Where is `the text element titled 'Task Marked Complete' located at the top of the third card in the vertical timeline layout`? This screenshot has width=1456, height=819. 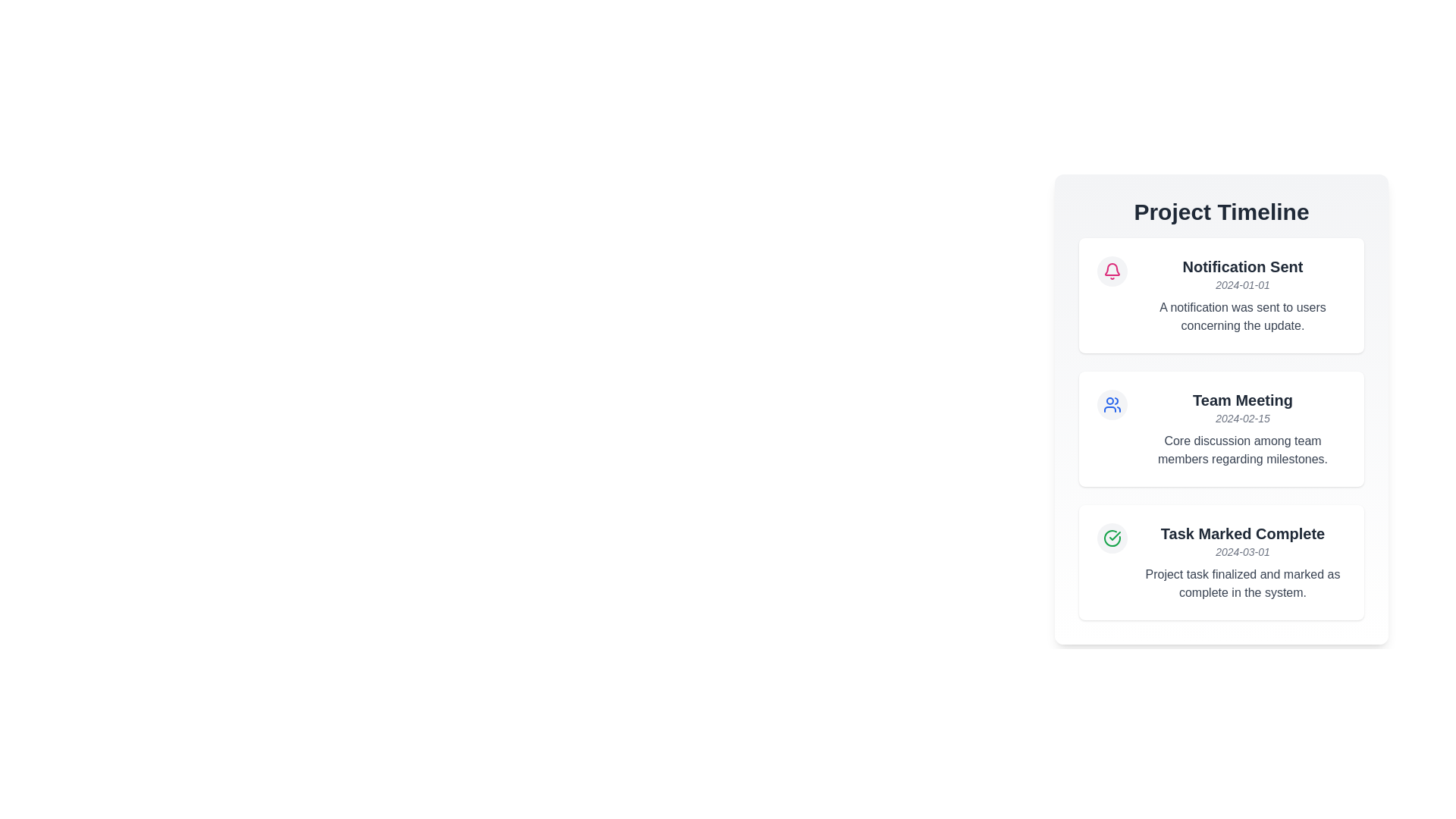
the text element titled 'Task Marked Complete' located at the top of the third card in the vertical timeline layout is located at coordinates (1242, 533).